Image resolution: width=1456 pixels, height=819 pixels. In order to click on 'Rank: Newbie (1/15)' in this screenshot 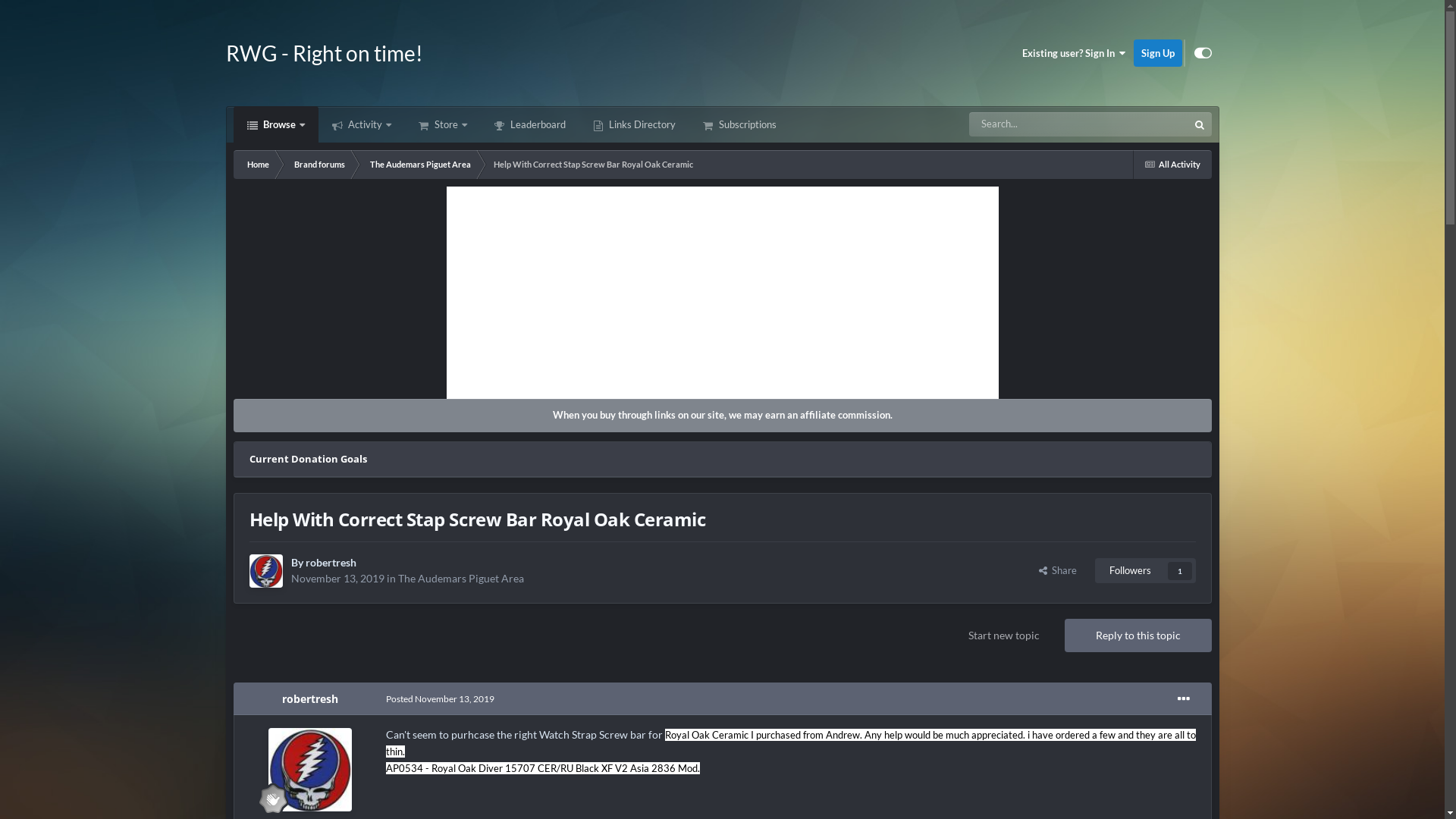, I will do `click(259, 798)`.